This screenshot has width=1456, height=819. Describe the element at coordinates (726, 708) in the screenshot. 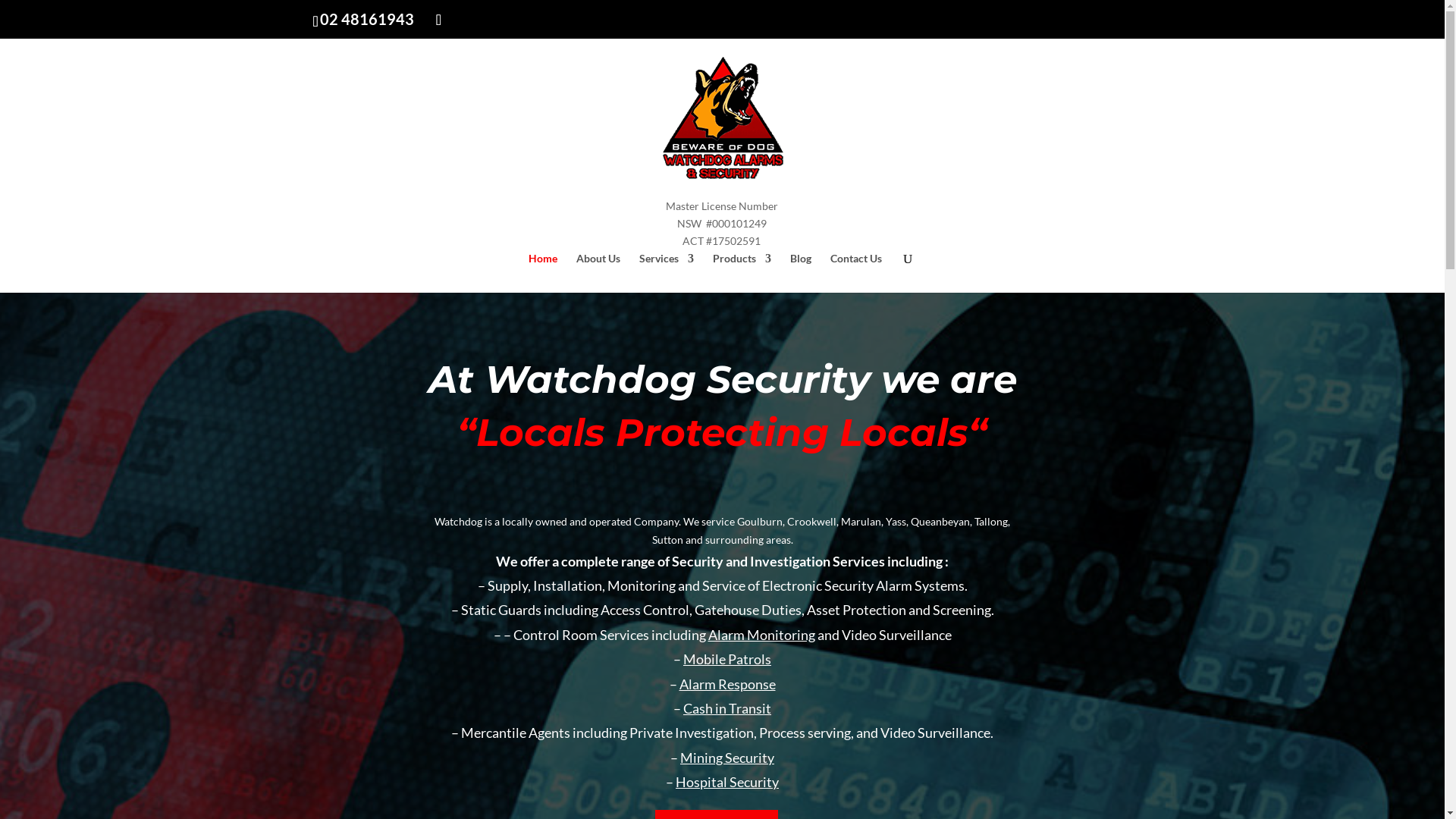

I see `'Cash in Transit'` at that location.